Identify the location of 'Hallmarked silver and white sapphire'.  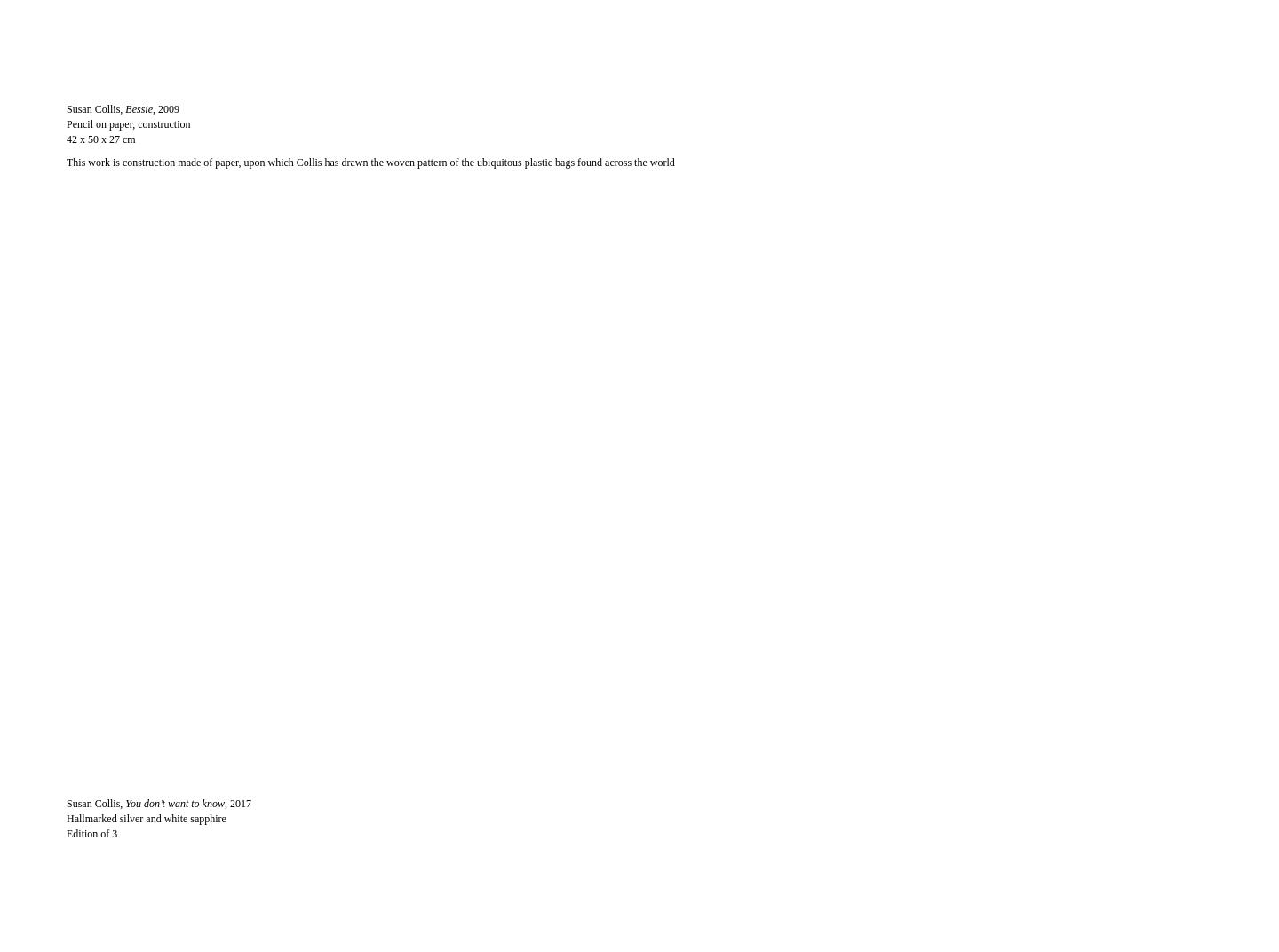
(145, 817).